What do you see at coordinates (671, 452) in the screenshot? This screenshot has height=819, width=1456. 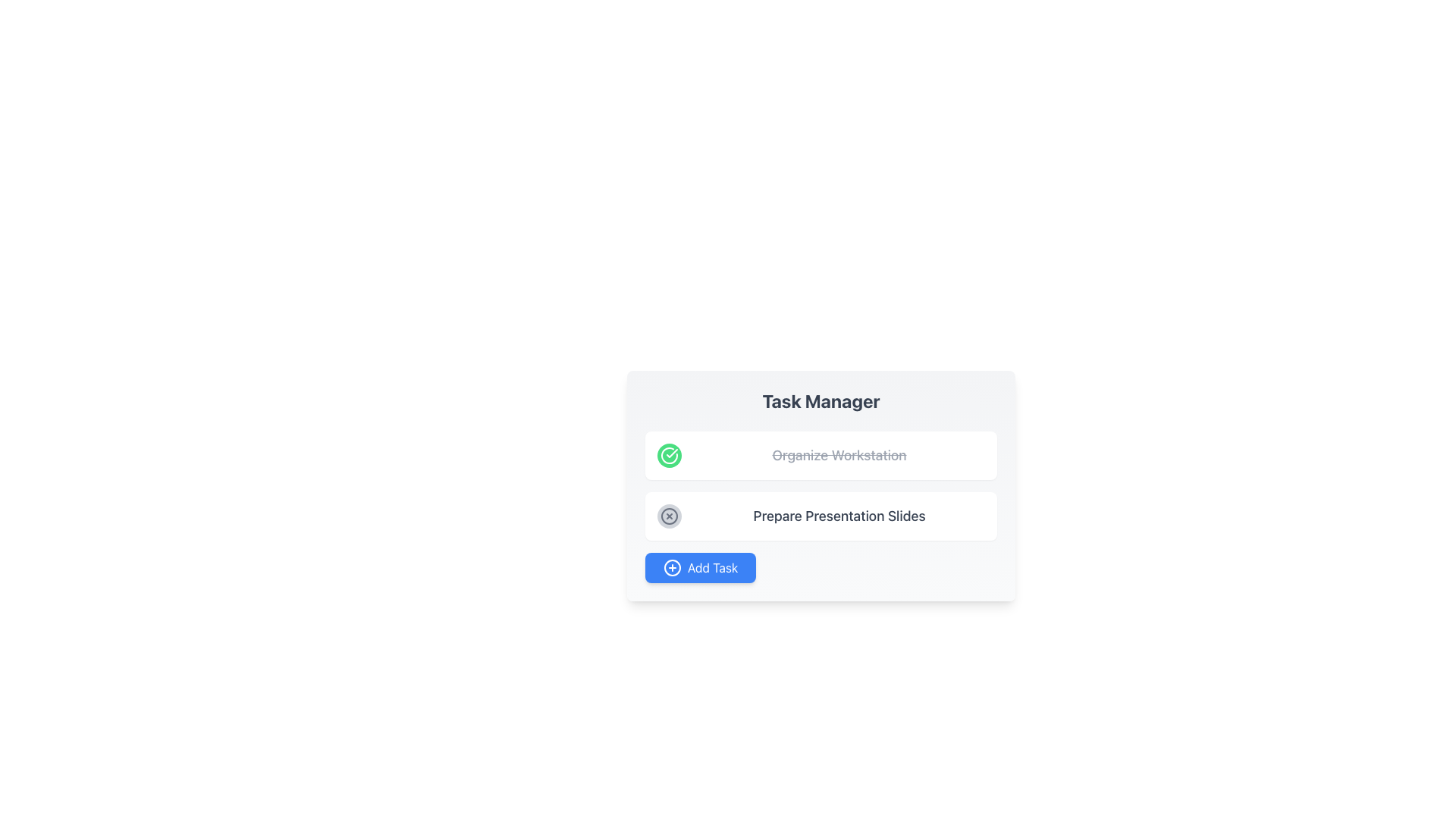 I see `the checkmark icon within the green circular background on the left side of the 'Organize Workstation' task entry to interact with it` at bounding box center [671, 452].